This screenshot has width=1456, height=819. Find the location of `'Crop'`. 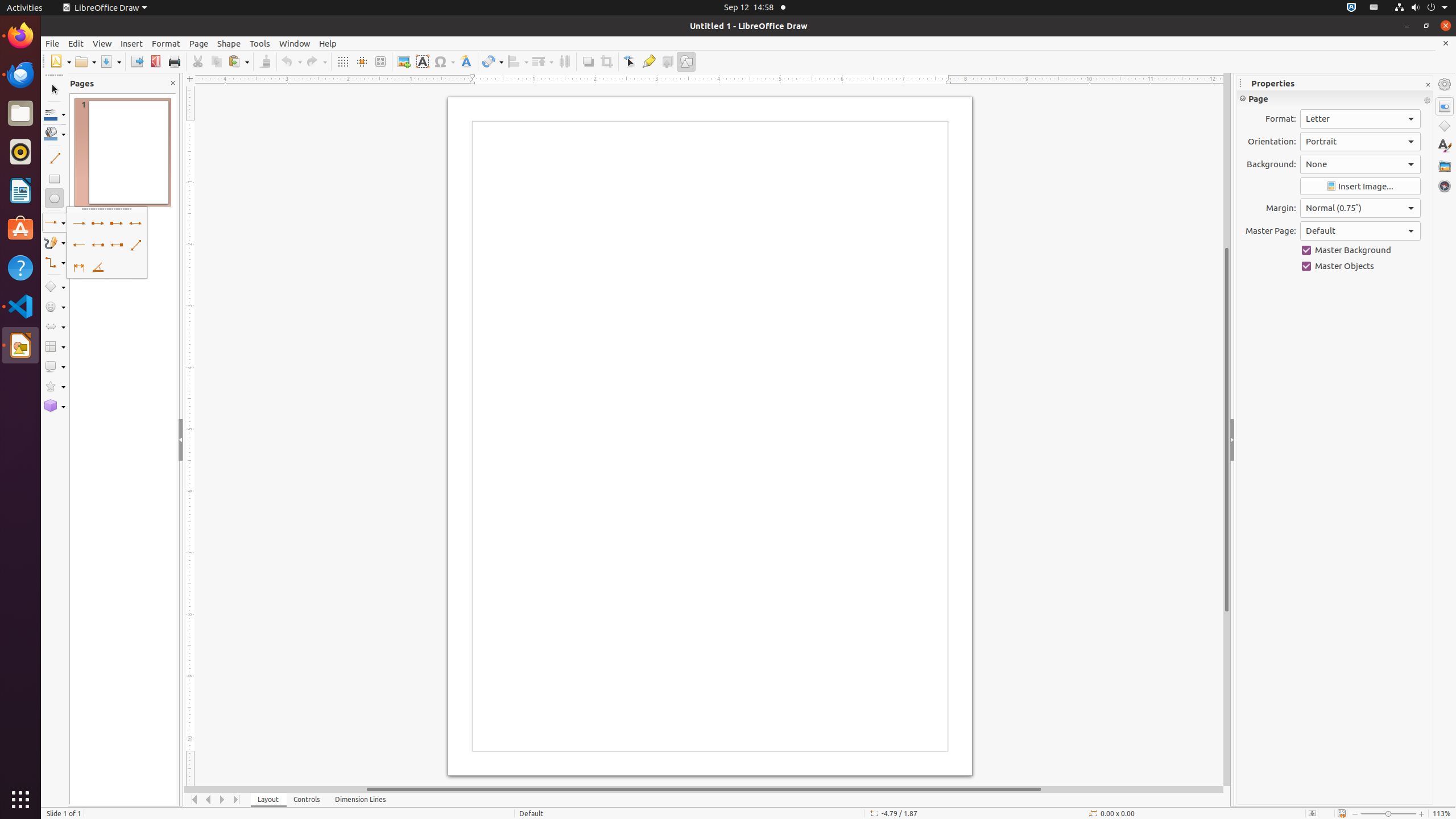

'Crop' is located at coordinates (606, 61).